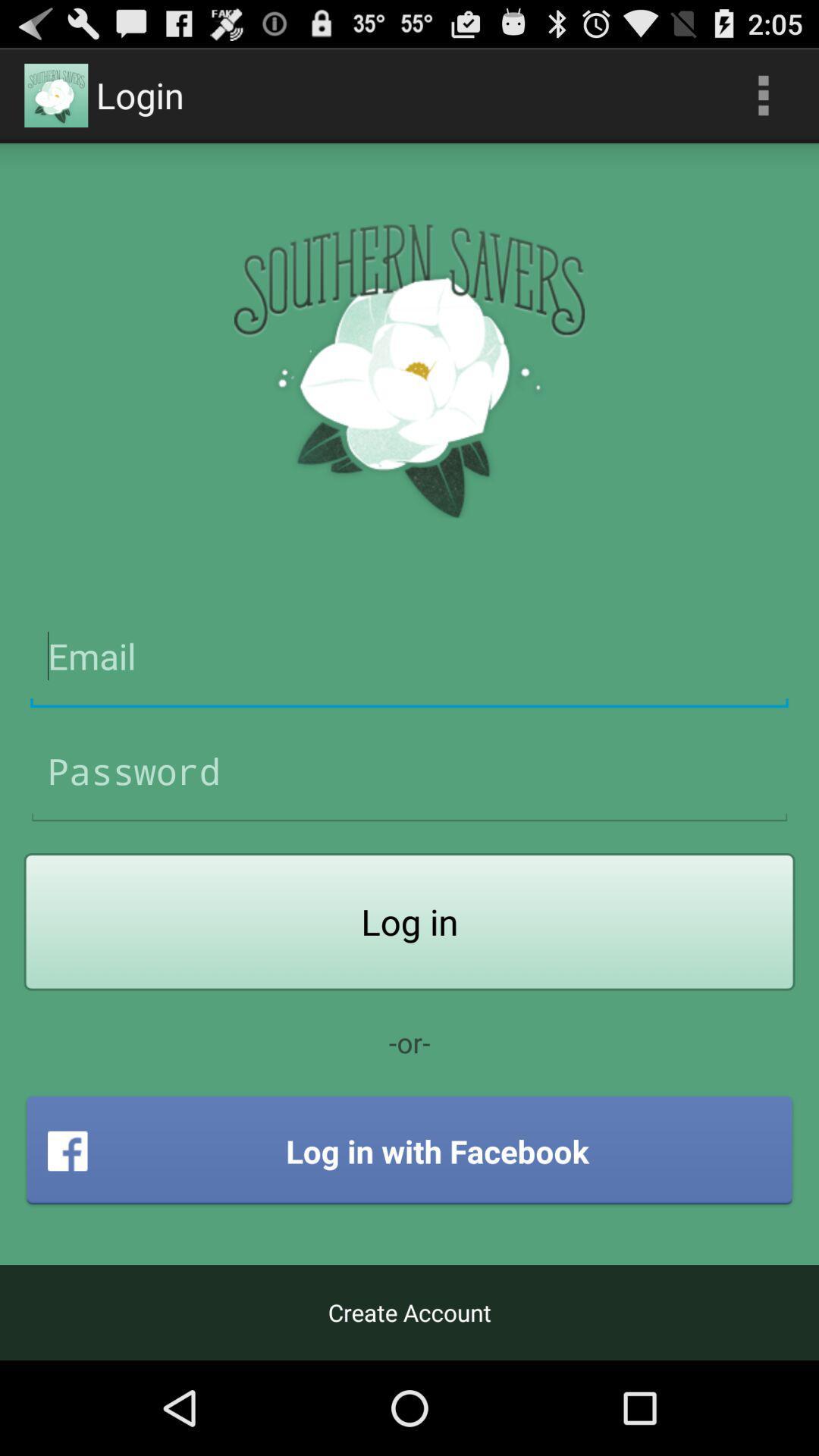 This screenshot has height=1456, width=819. Describe the element at coordinates (409, 1312) in the screenshot. I see `create account icon` at that location.